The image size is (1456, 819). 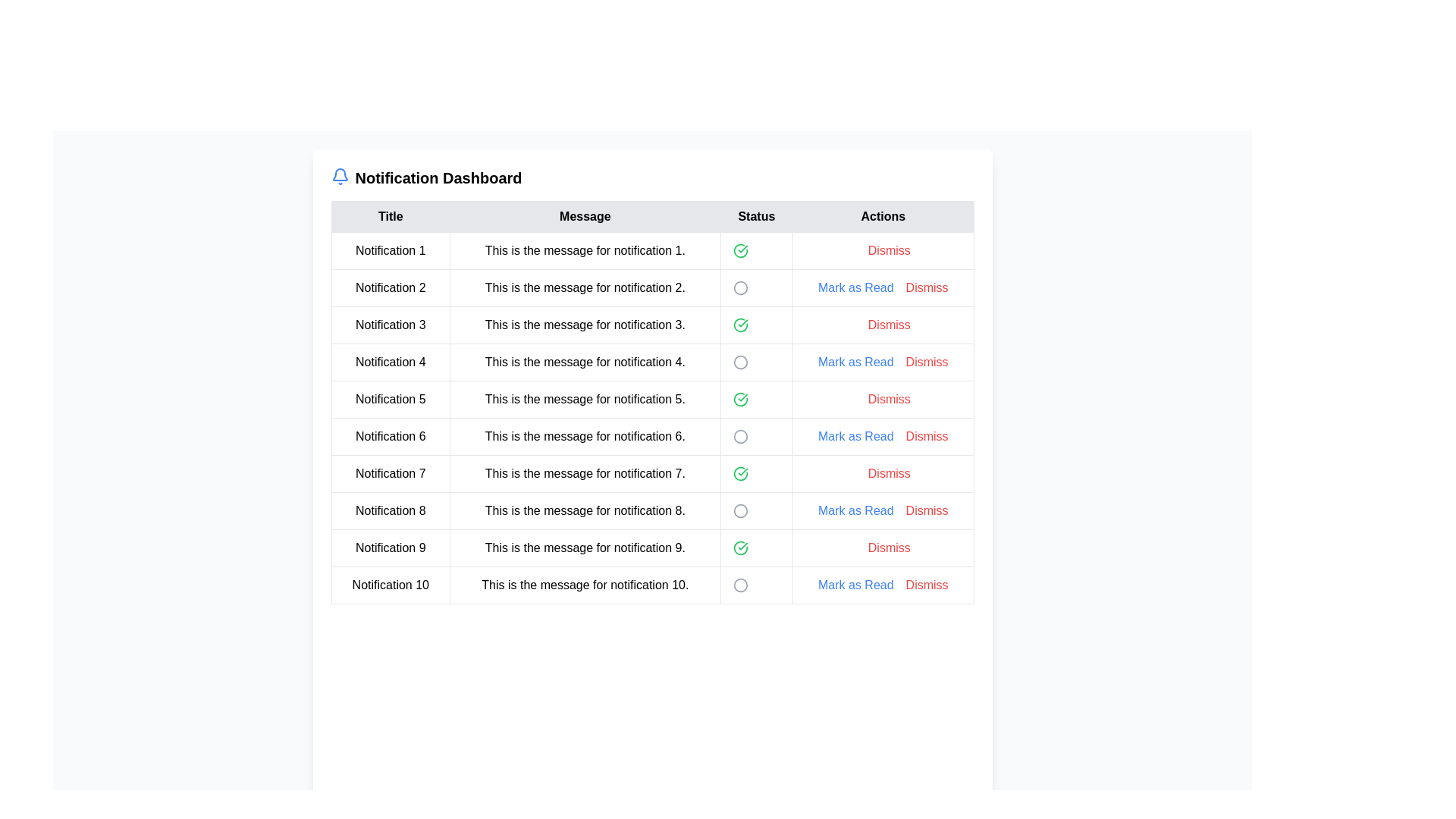 I want to click on the 'Mark as Read' button in the 10th row of the notification dashboard to mark the notification as read, so click(x=652, y=584).